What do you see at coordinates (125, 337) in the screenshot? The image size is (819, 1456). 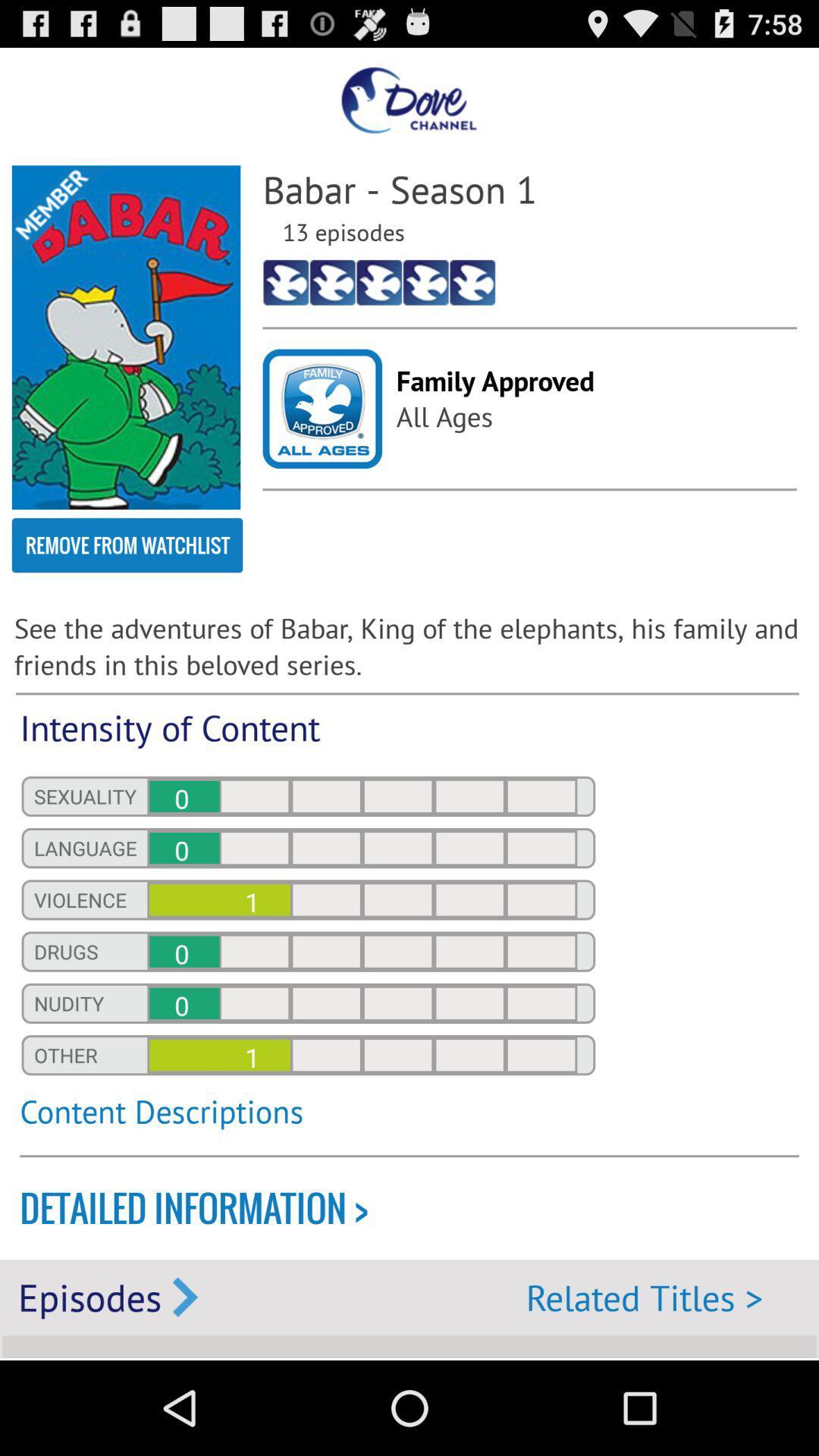 I see `icon above remove from watchlist app` at bounding box center [125, 337].